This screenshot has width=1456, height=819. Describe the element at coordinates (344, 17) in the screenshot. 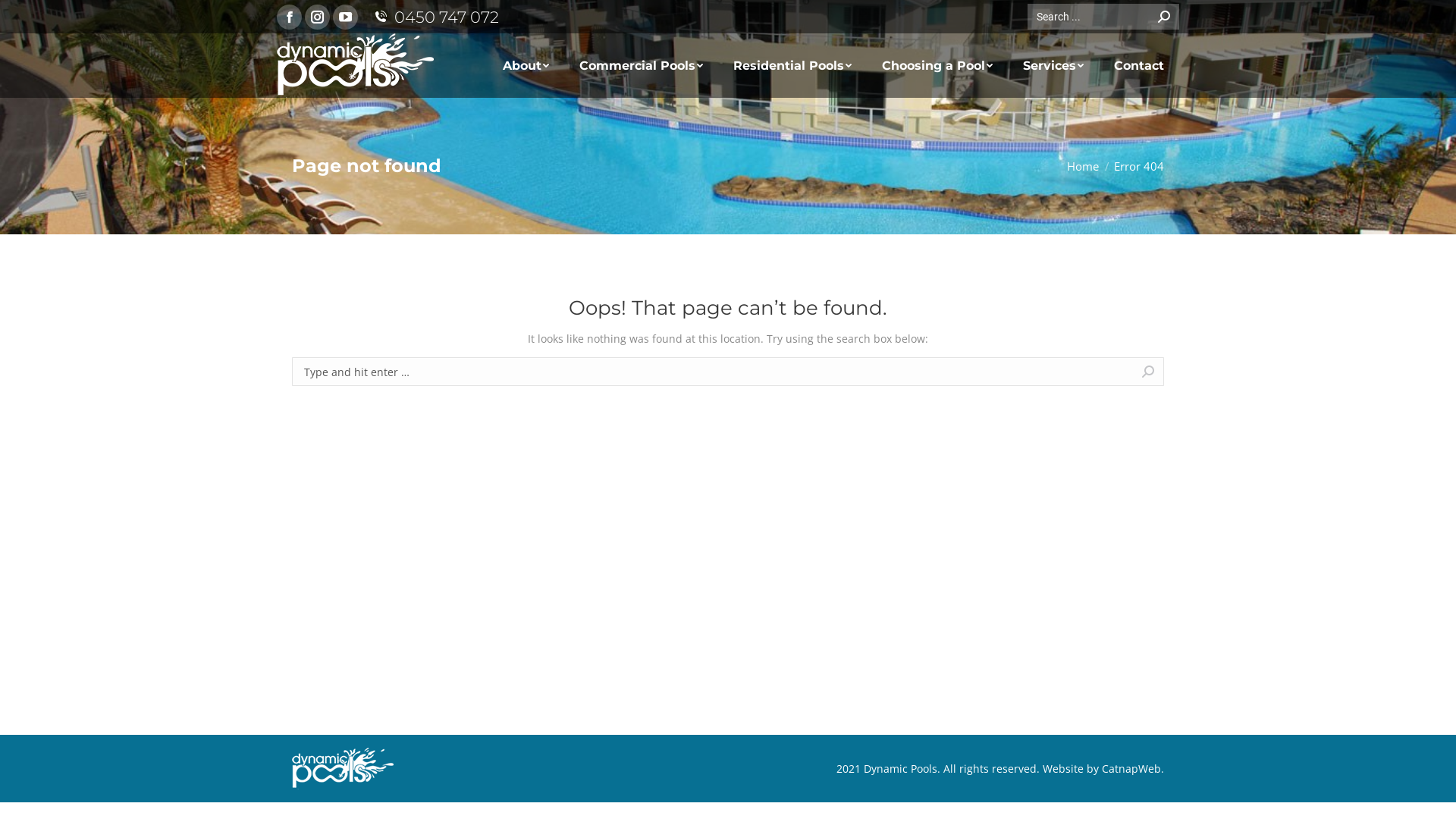

I see `'YouTube page opens in new window'` at that location.